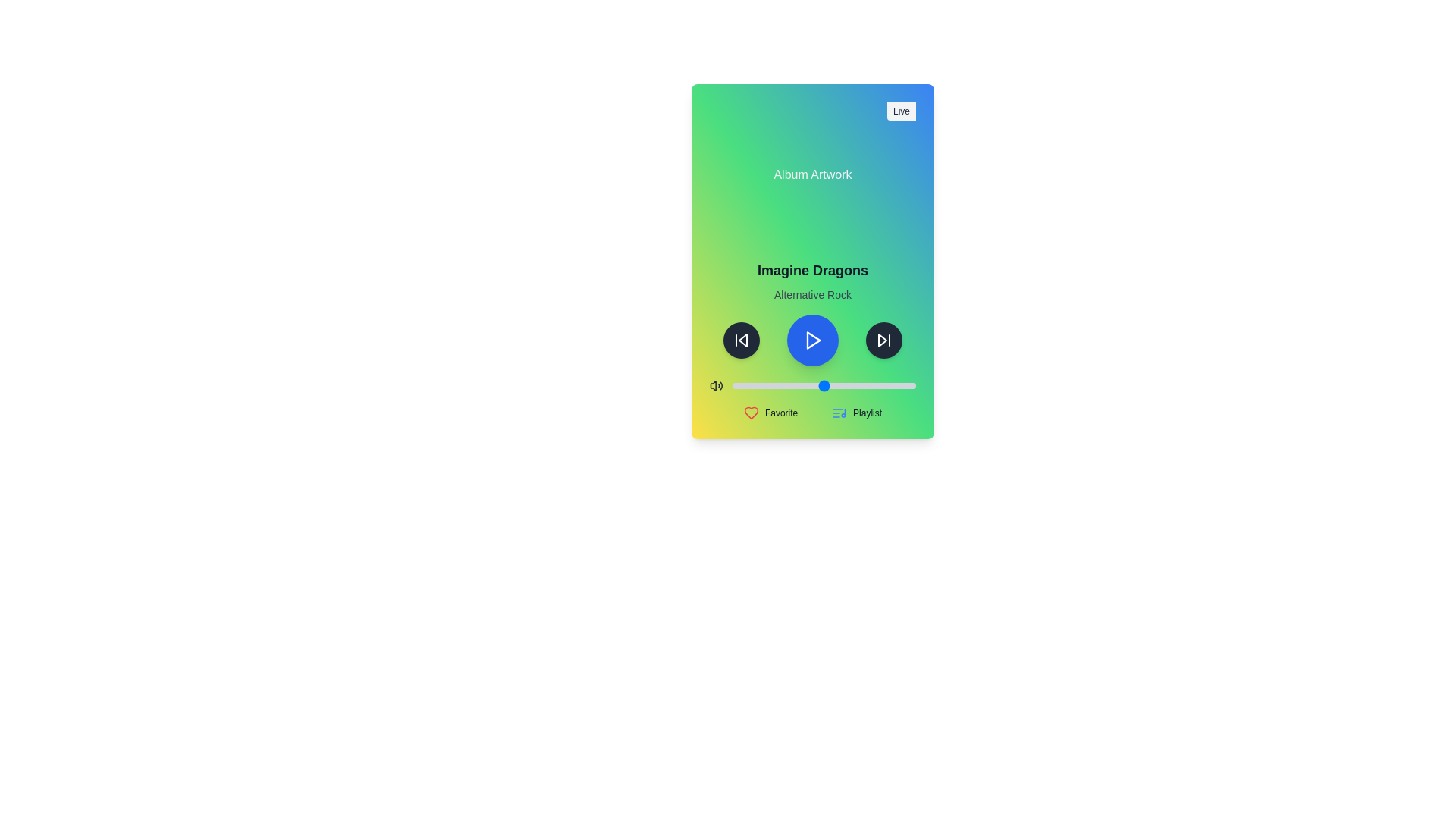  Describe the element at coordinates (751, 413) in the screenshot. I see `the 'favorite' button located beneath the audio player controls, to the left of the 'Favorite' label, indicating its function to mark items as favorite` at that location.